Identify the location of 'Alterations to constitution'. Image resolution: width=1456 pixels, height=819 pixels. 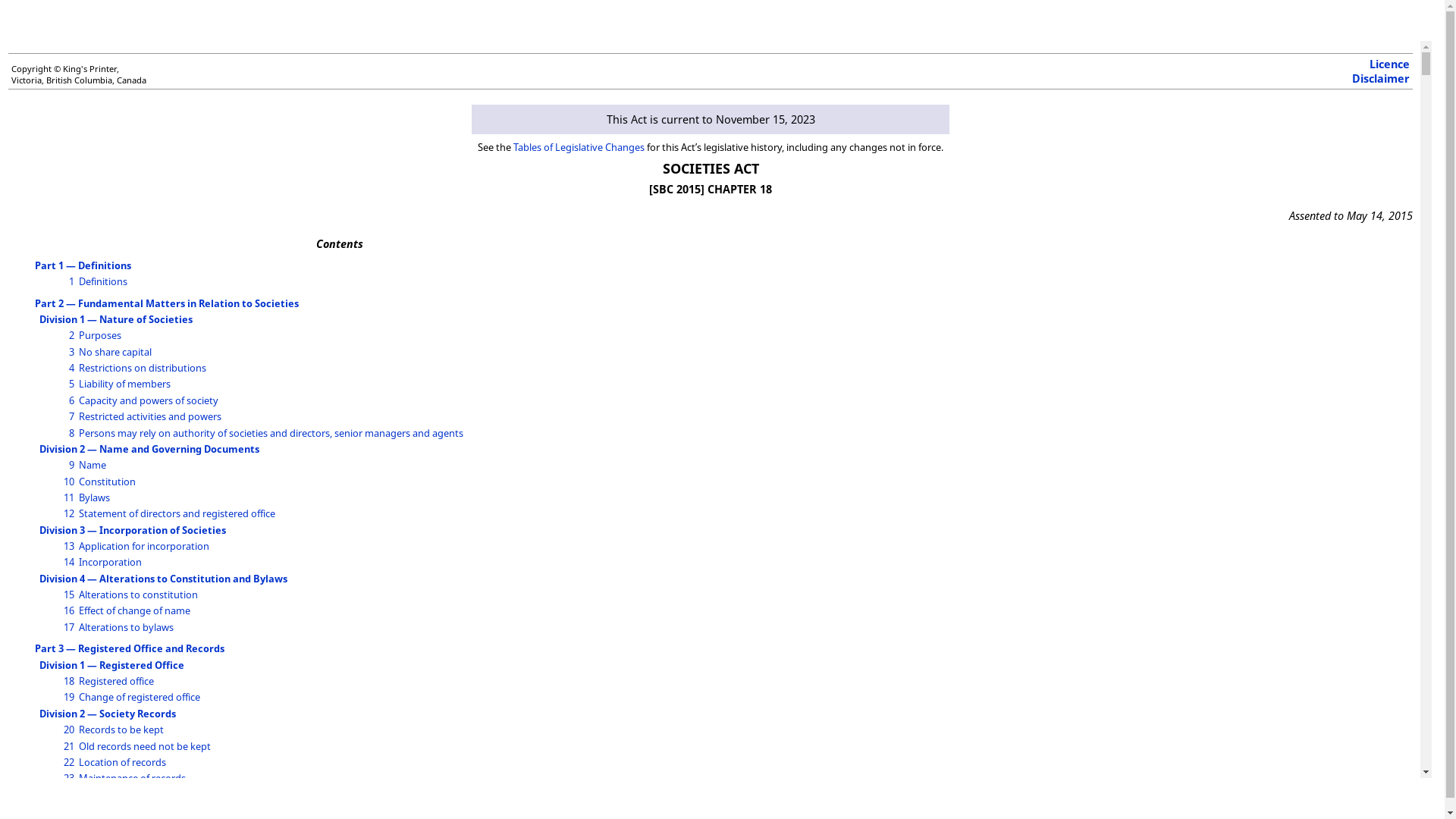
(138, 593).